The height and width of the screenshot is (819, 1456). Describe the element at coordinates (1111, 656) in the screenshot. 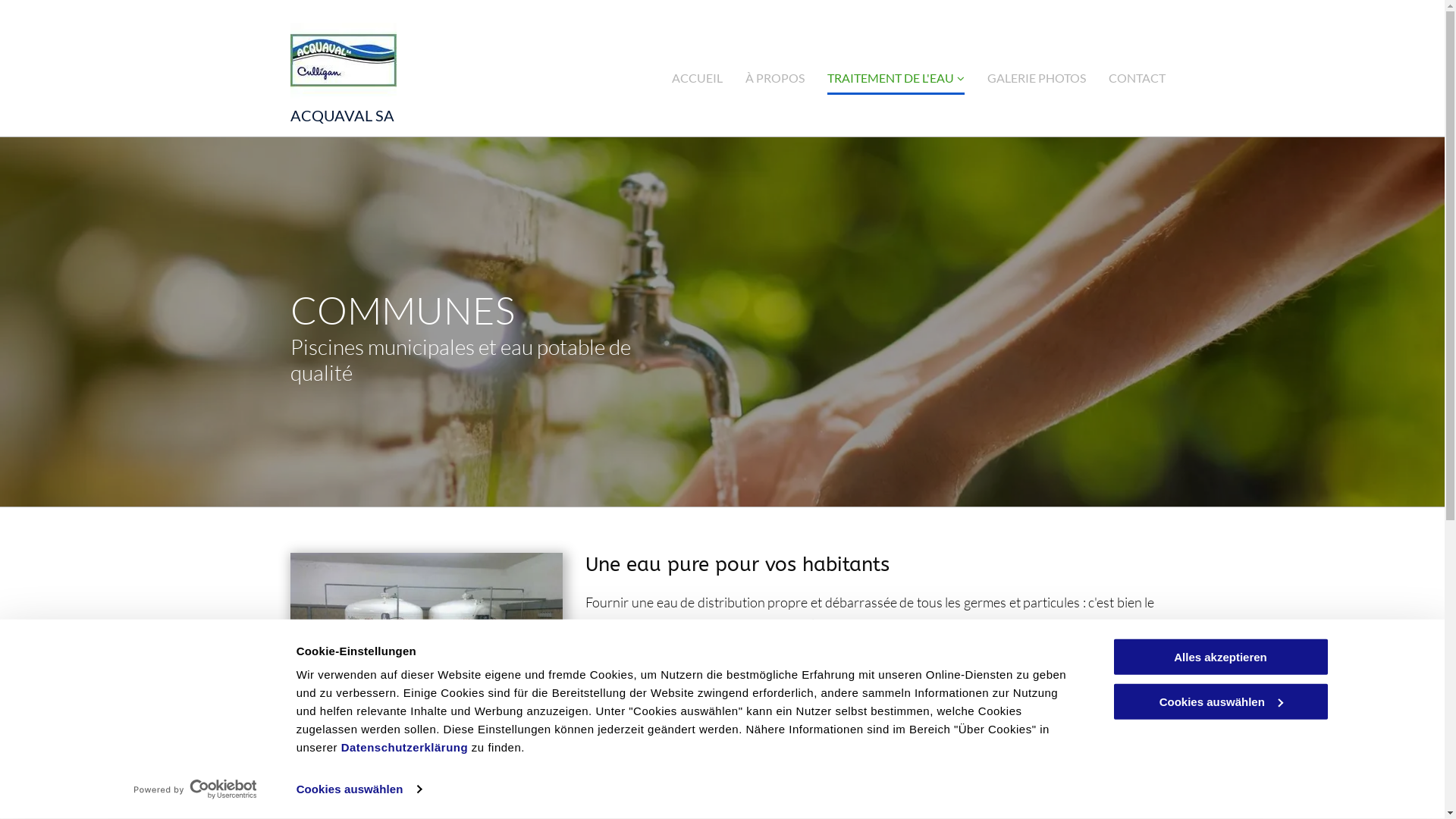

I see `'Alles akzeptieren'` at that location.